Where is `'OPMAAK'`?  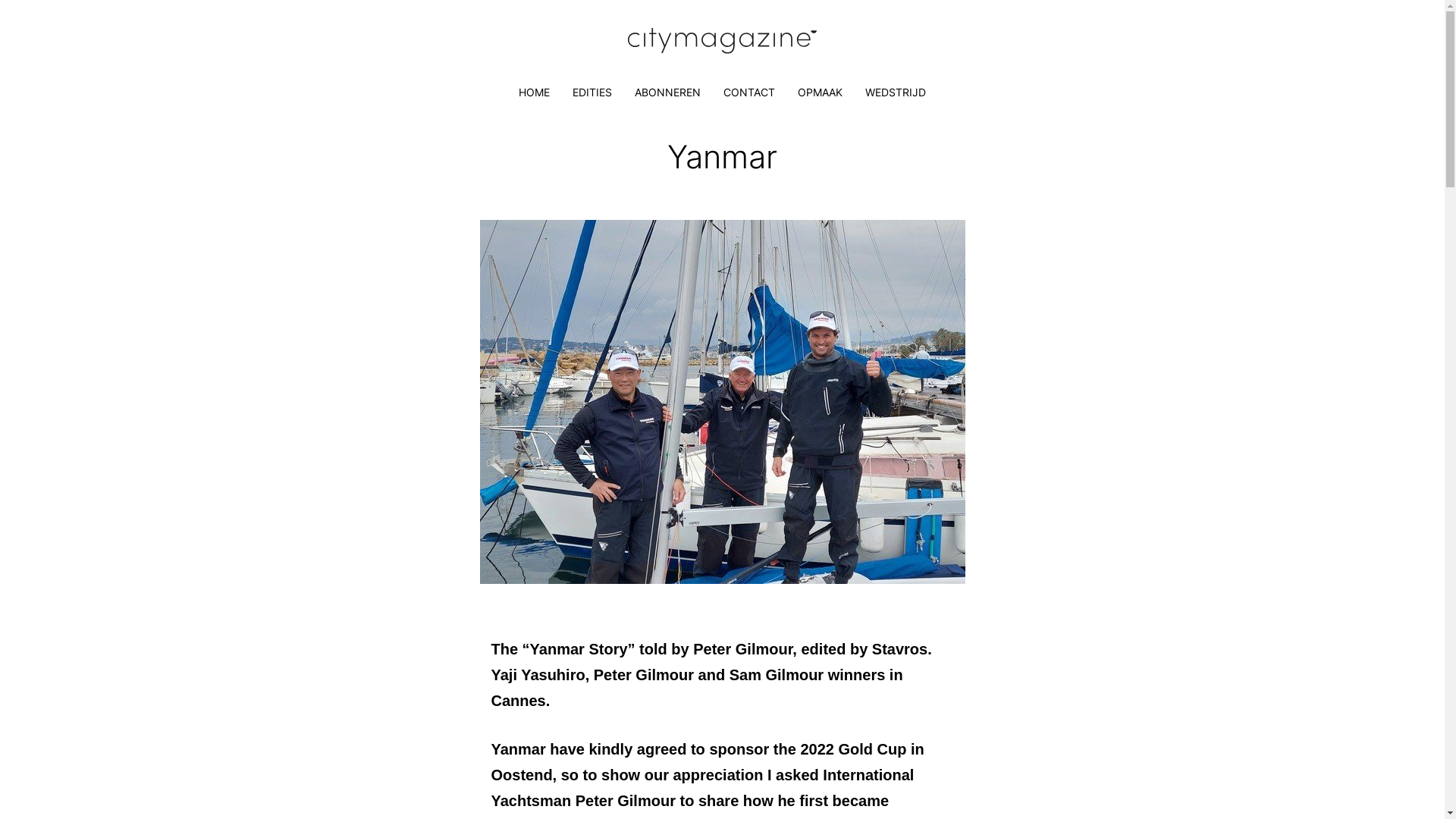 'OPMAAK' is located at coordinates (819, 93).